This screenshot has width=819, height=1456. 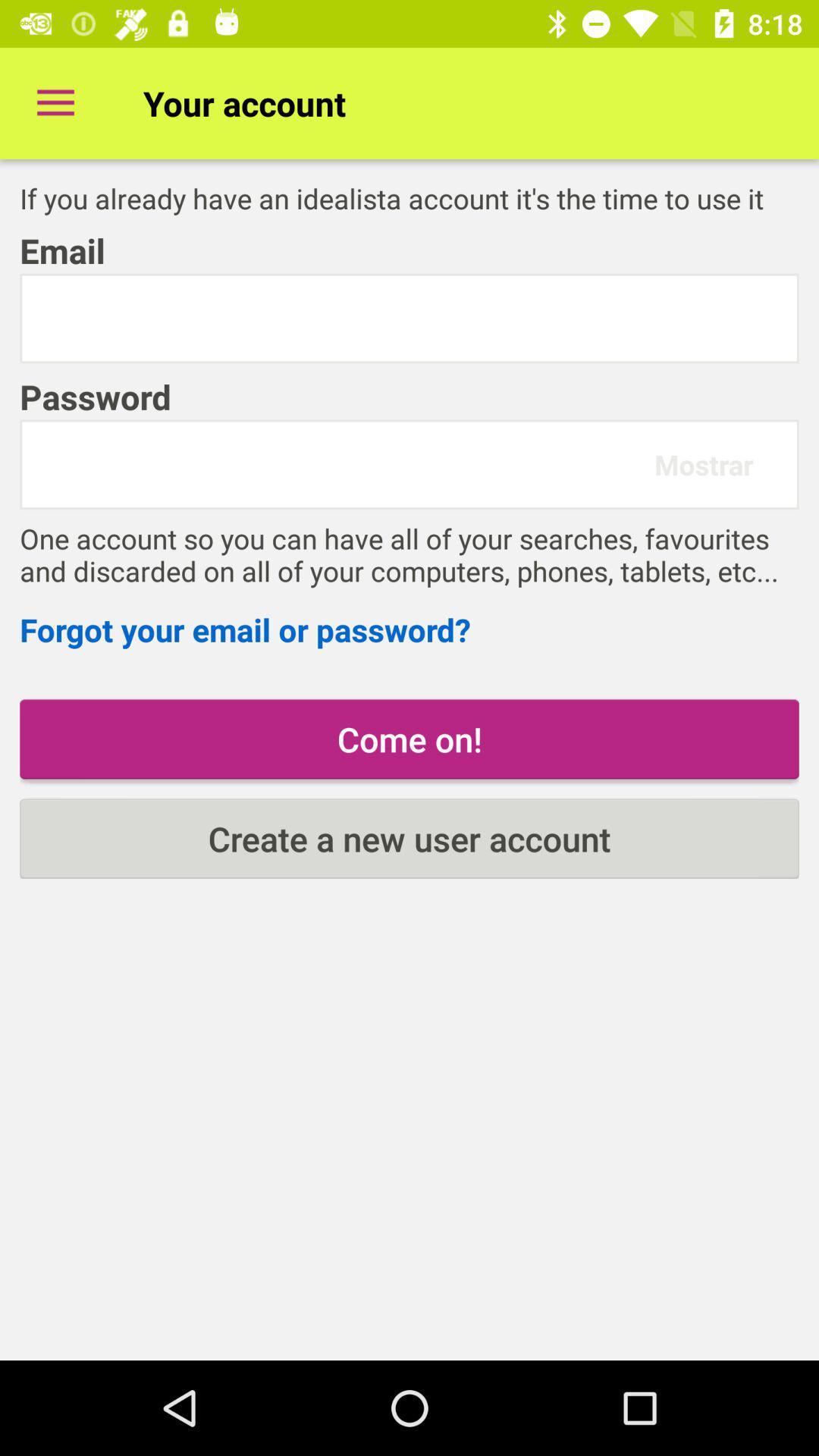 I want to click on password, so click(x=344, y=463).